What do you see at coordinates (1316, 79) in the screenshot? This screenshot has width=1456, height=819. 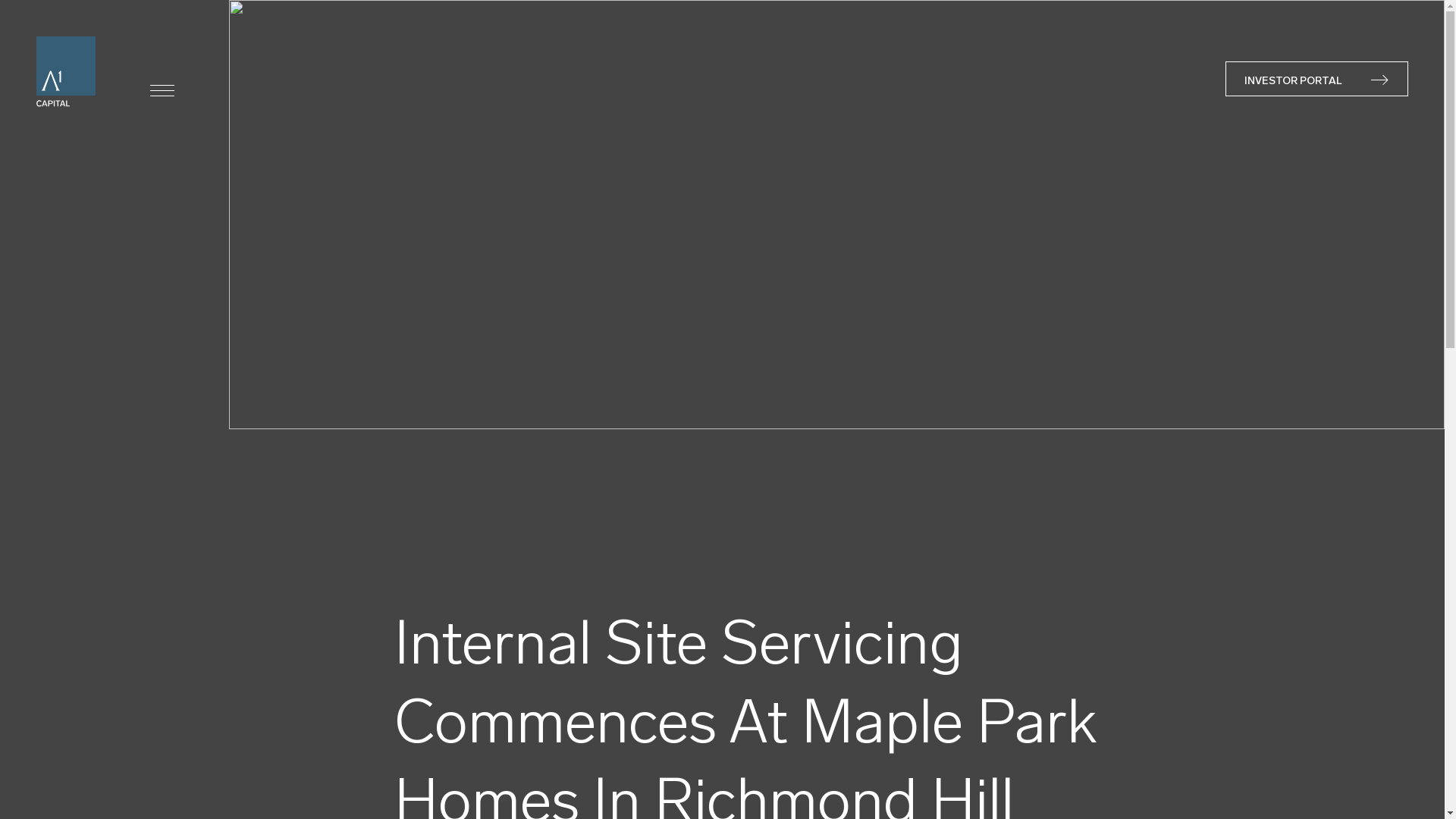 I see `'INVESTOR PORTAL'` at bounding box center [1316, 79].